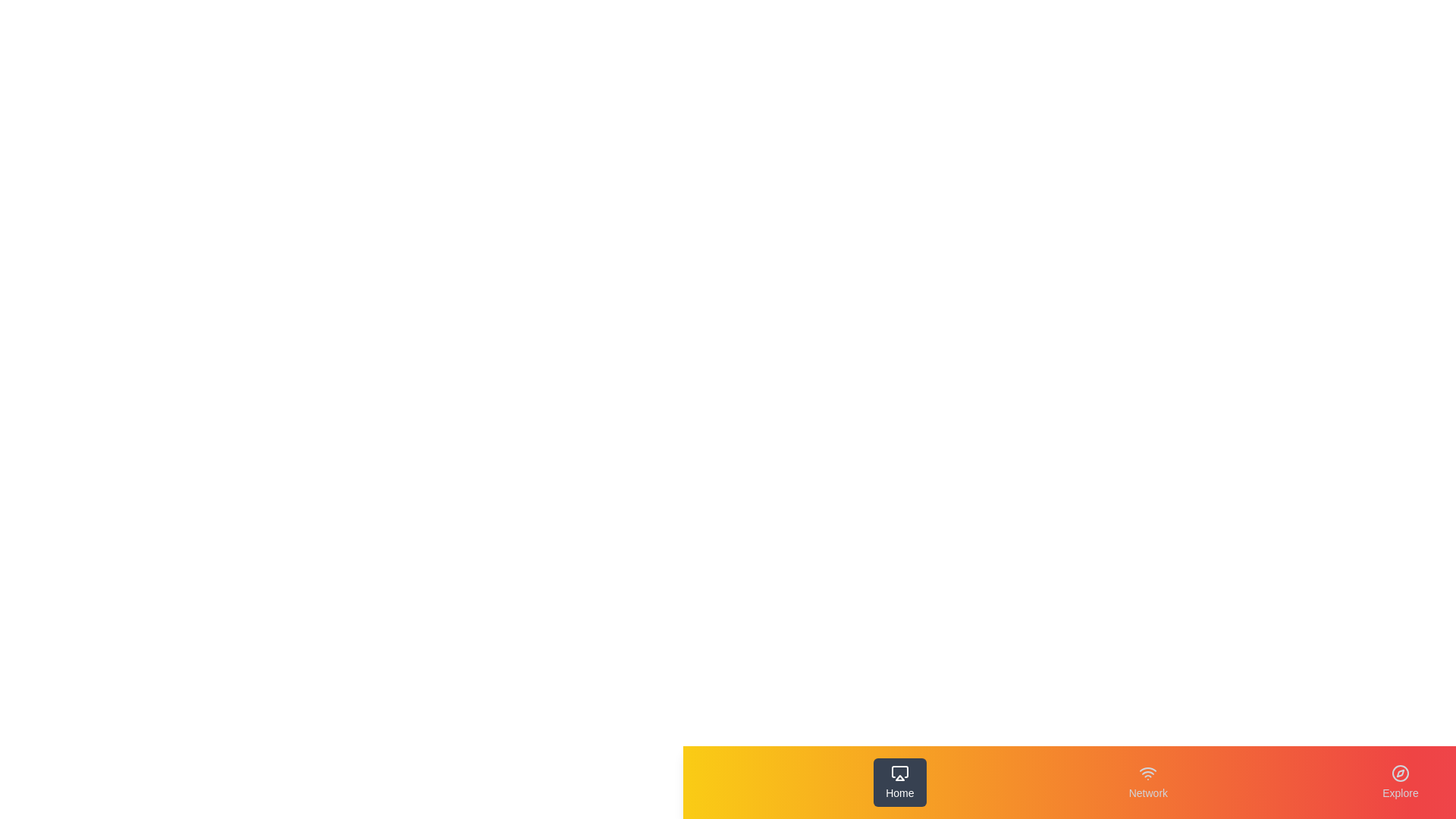 The height and width of the screenshot is (819, 1456). I want to click on the tab button labeled Network to observe the hover effect, so click(1148, 783).